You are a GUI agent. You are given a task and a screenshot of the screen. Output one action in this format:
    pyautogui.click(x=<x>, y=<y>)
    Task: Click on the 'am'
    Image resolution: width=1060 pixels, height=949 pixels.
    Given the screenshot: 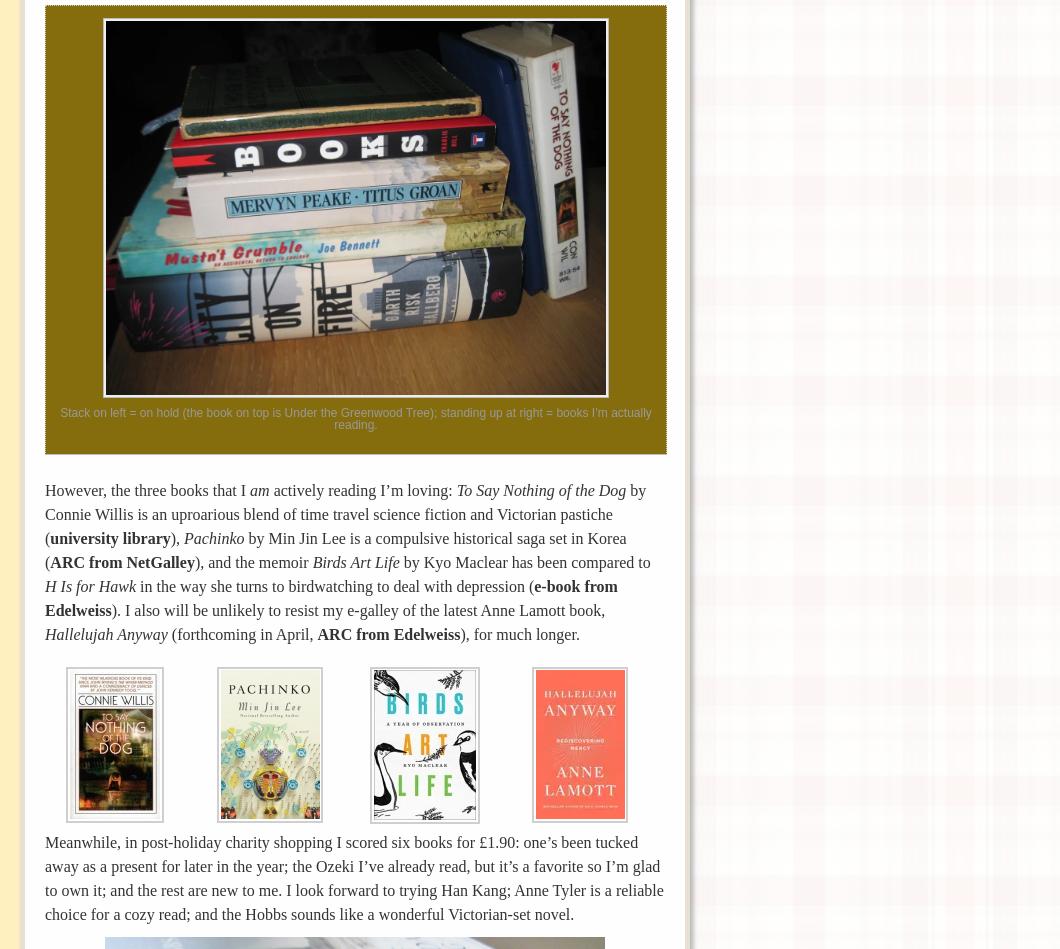 What is the action you would take?
    pyautogui.click(x=248, y=488)
    